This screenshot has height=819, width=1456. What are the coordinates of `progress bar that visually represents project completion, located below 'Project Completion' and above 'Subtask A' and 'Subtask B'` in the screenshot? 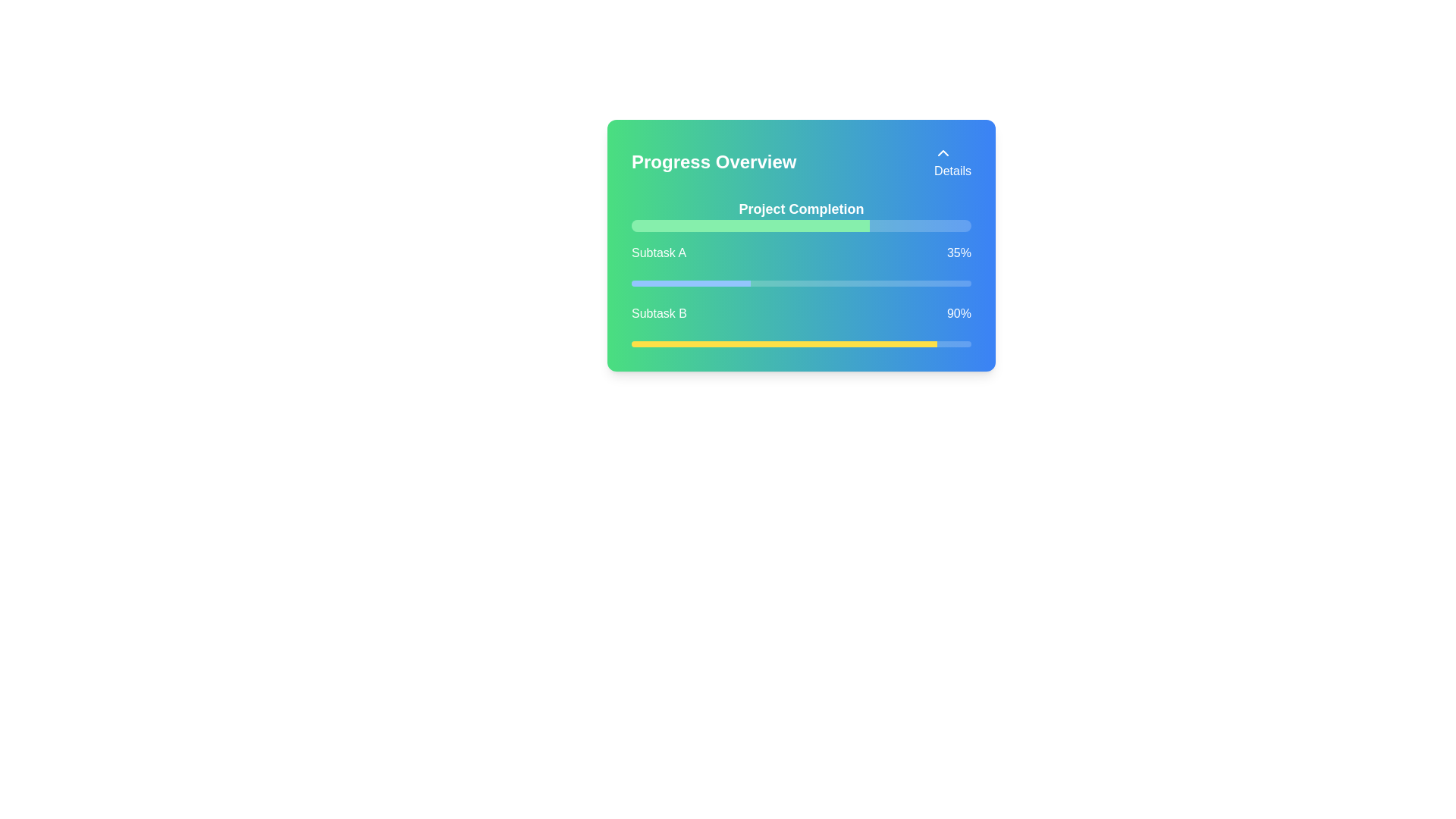 It's located at (800, 225).